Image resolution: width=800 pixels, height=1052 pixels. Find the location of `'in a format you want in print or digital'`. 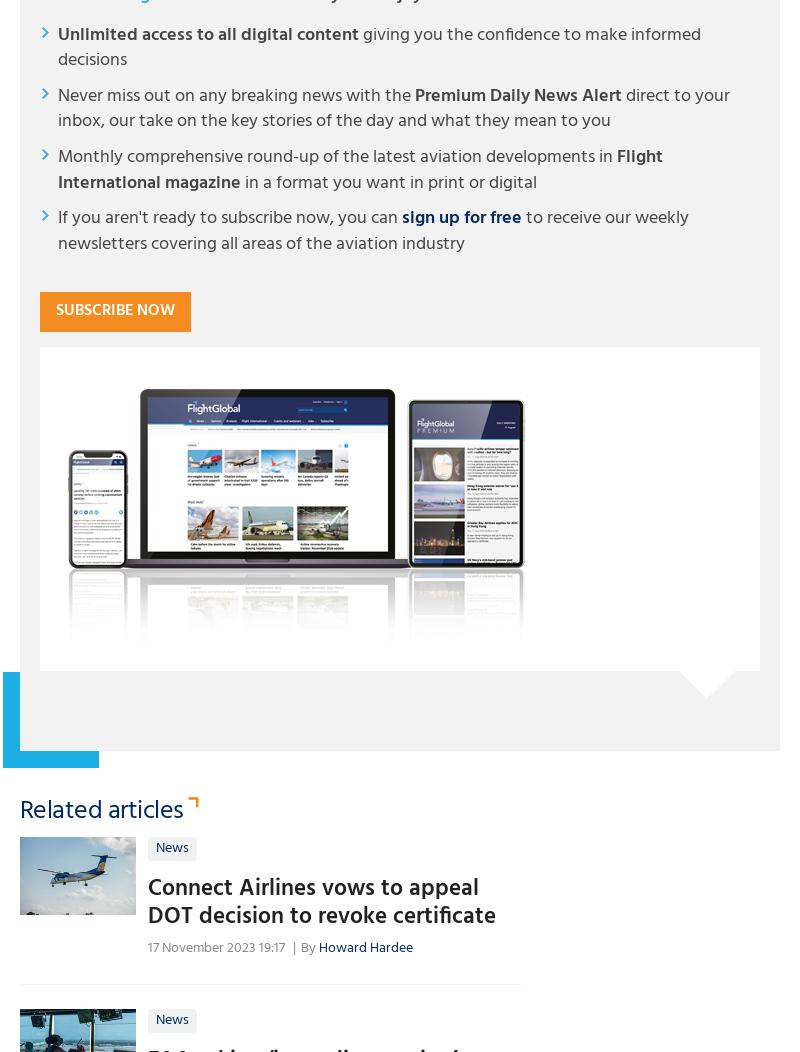

'in a format you want in print or digital' is located at coordinates (388, 182).